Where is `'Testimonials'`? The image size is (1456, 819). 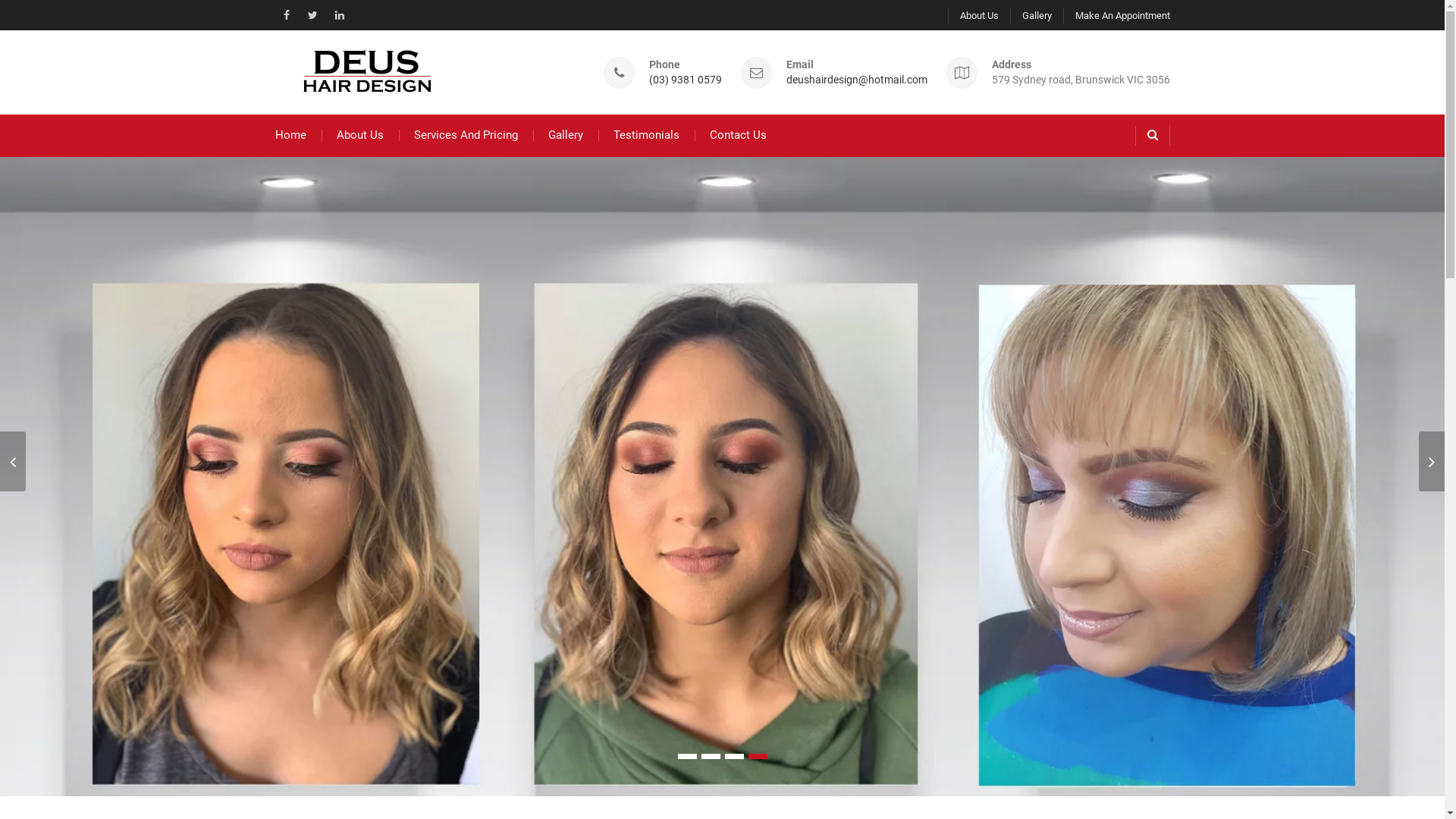
'Testimonials' is located at coordinates (645, 134).